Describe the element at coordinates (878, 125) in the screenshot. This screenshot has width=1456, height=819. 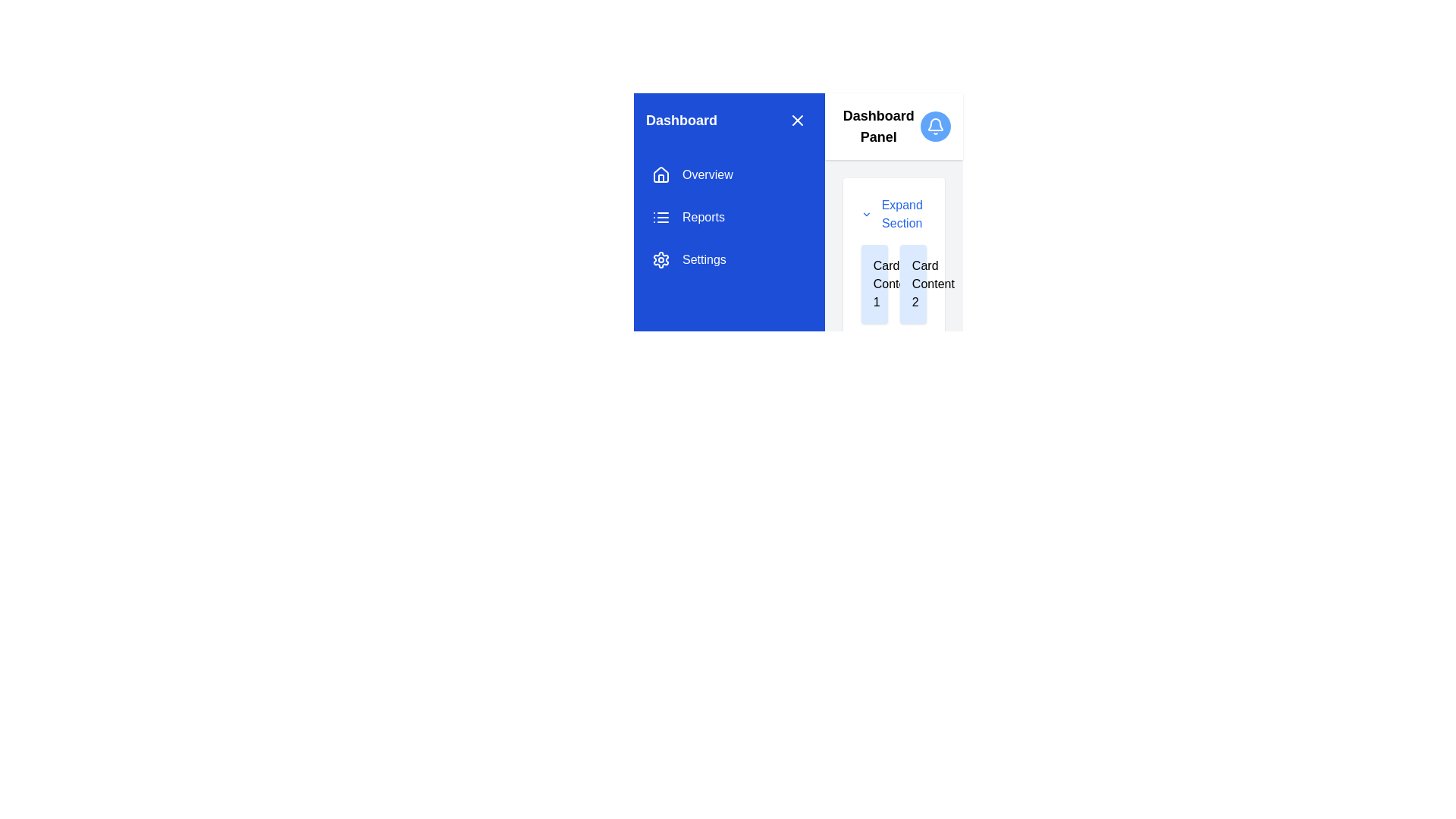
I see `text label located in the top-right corner of the dashboard area, which serves as a title or identifier for the current section` at that location.